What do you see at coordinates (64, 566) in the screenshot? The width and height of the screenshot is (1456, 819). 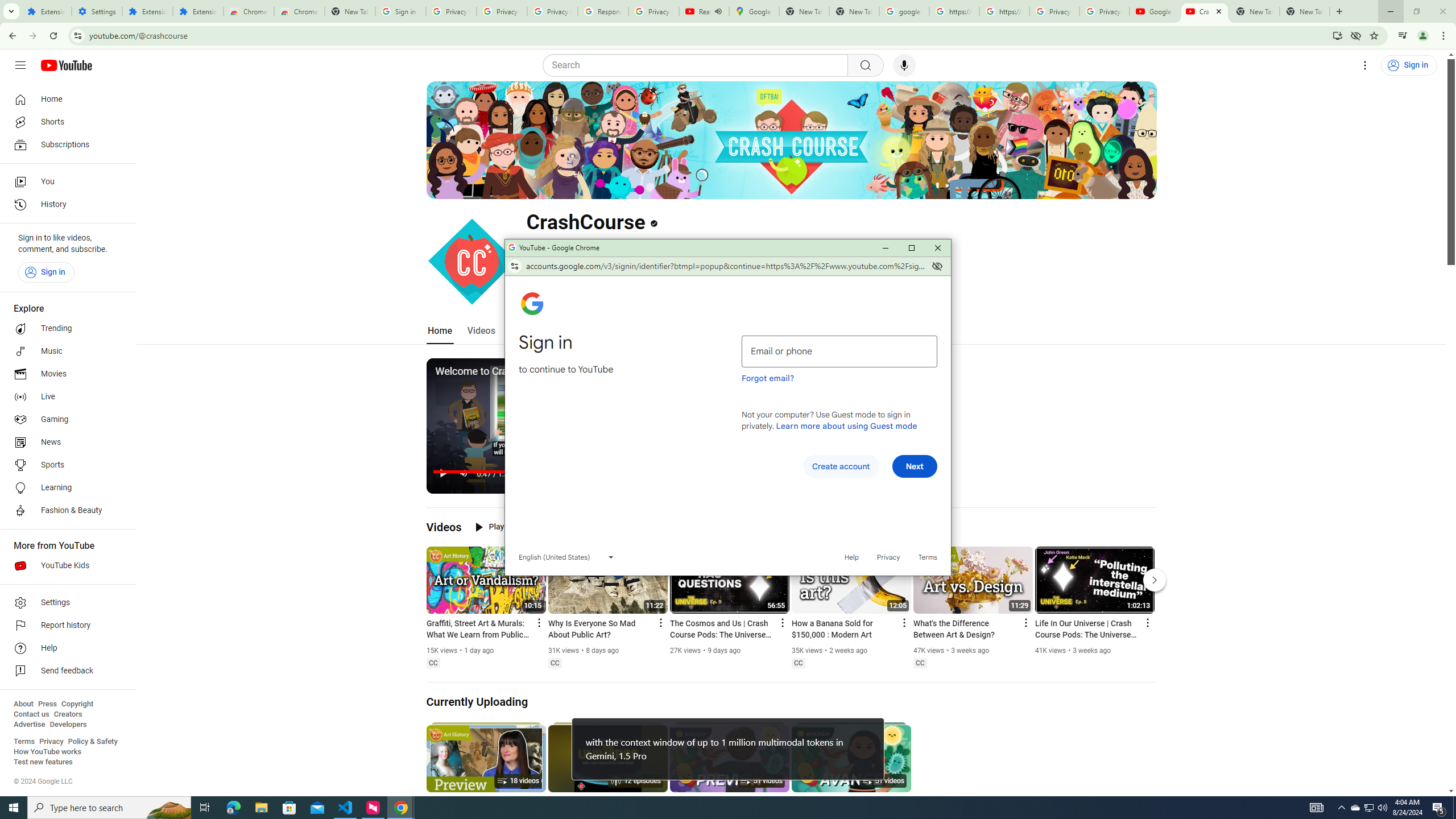 I see `'YouTube Kids'` at bounding box center [64, 566].